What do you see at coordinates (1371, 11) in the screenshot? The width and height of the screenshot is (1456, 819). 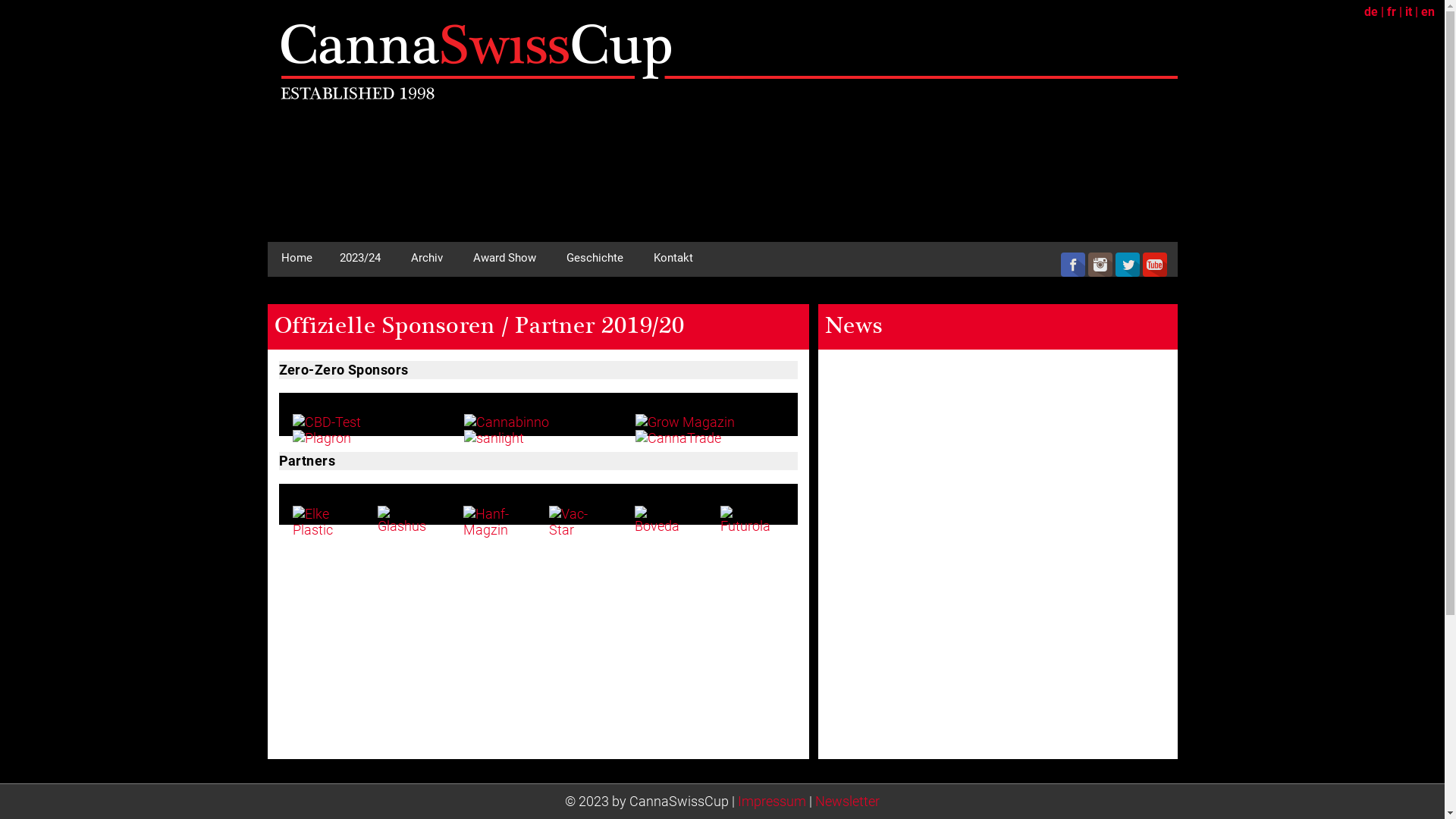 I see `'de'` at bounding box center [1371, 11].